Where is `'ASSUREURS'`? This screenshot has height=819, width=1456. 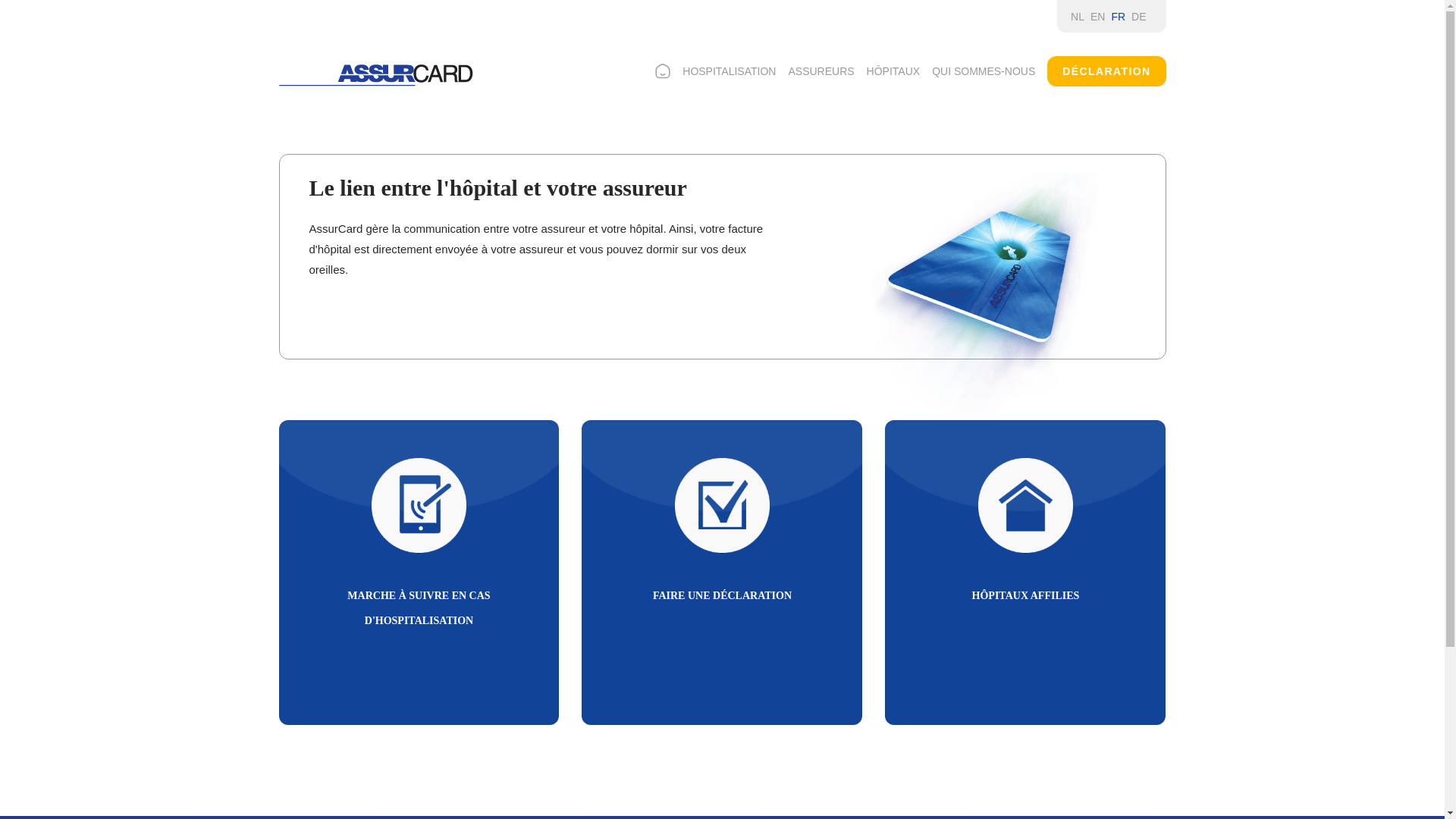 'ASSUREURS' is located at coordinates (820, 71).